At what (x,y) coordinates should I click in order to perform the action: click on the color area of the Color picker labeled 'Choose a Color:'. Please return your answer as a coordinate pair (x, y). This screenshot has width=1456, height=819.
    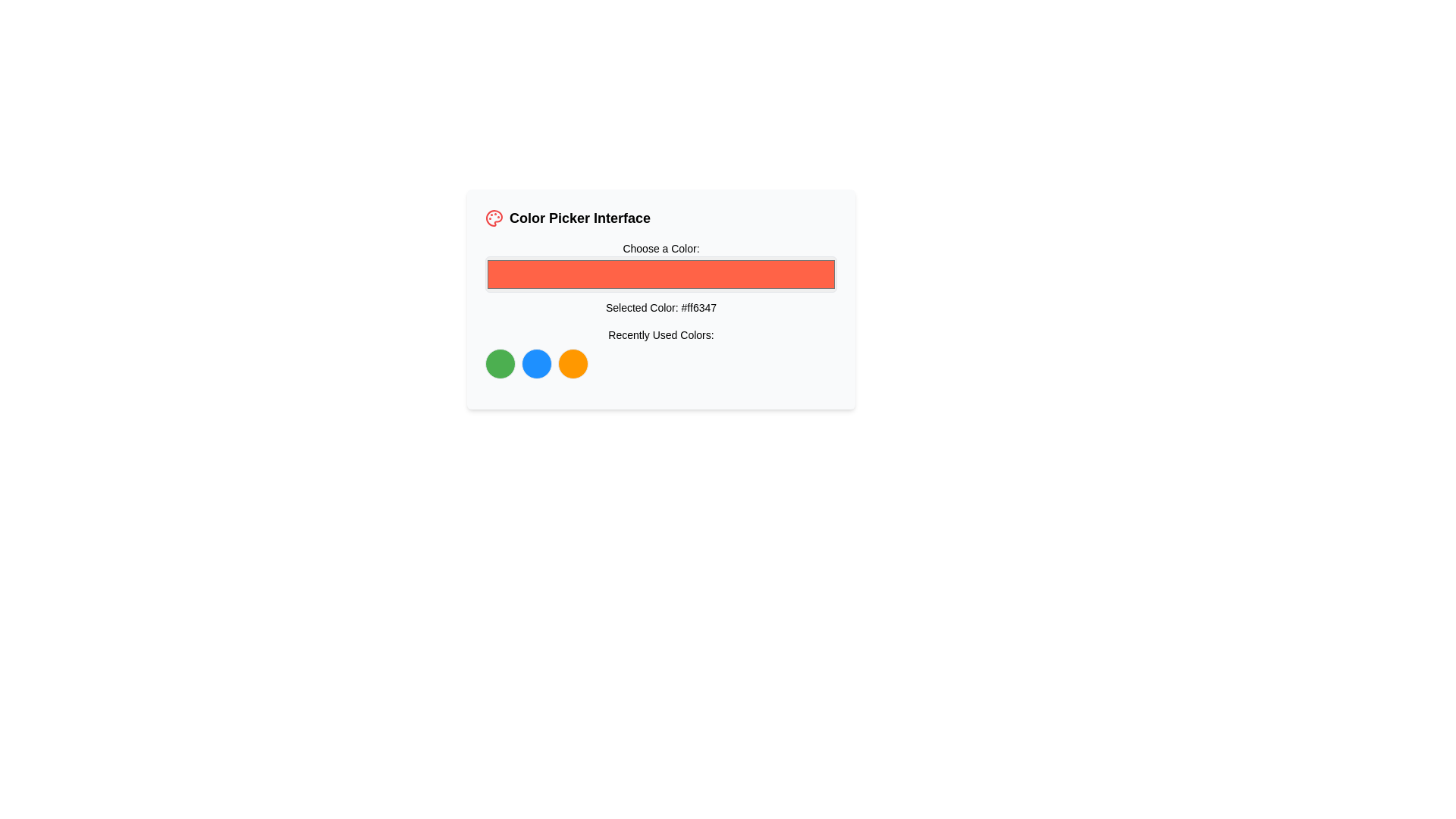
    Looking at the image, I should click on (661, 278).